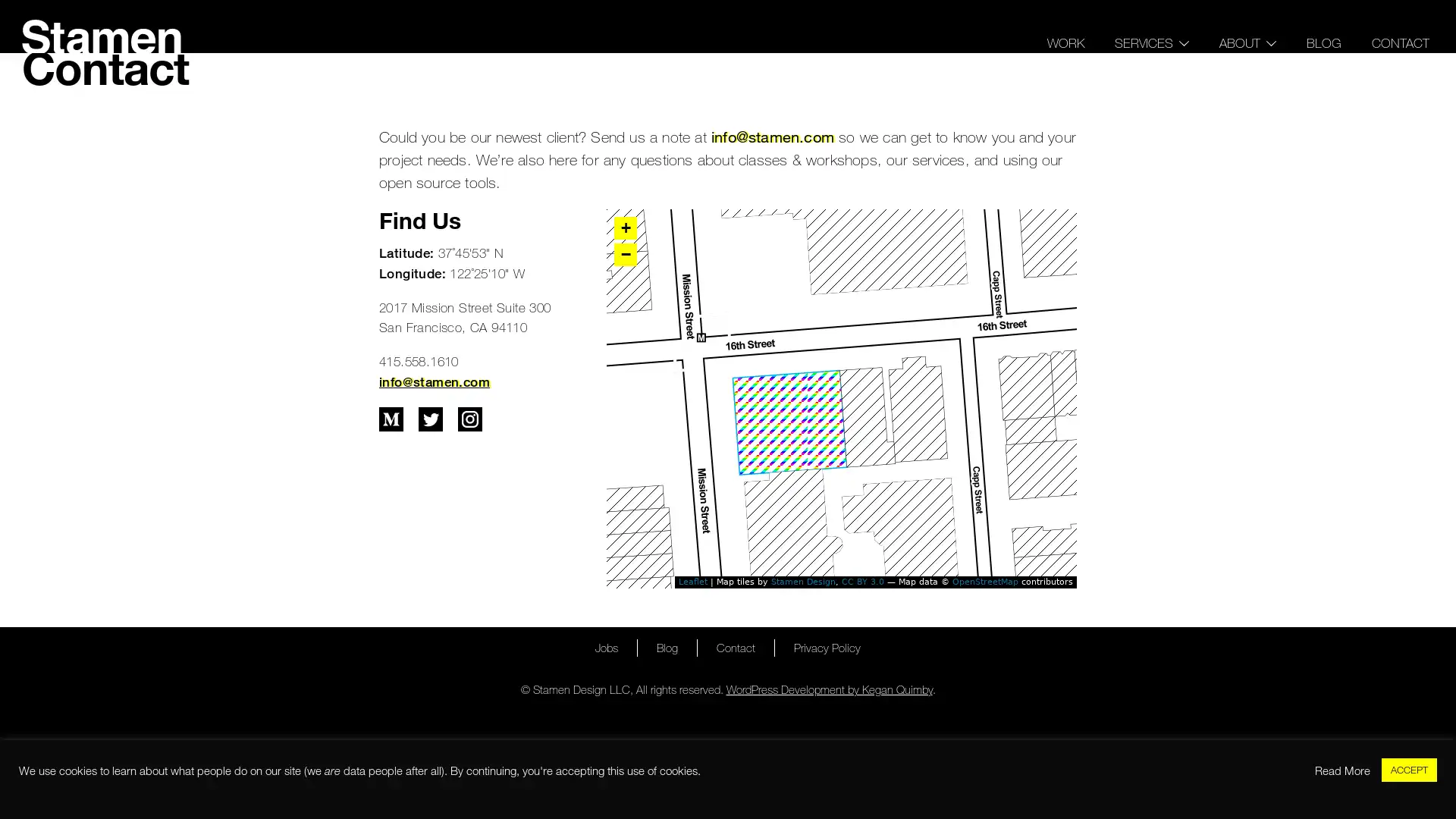  Describe the element at coordinates (626, 227) in the screenshot. I see `Zoom in` at that location.